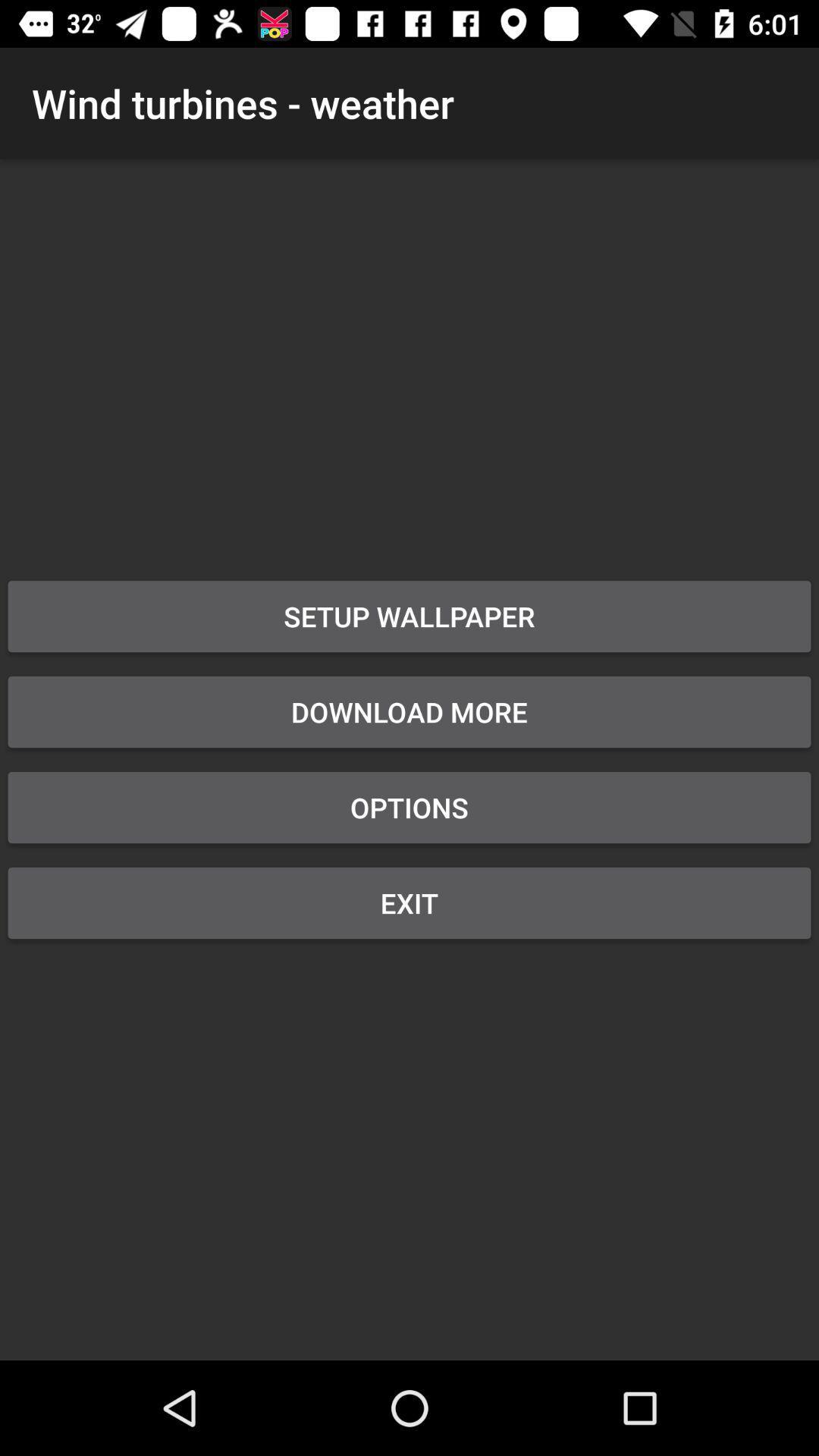 This screenshot has height=1456, width=819. Describe the element at coordinates (409, 902) in the screenshot. I see `the exit` at that location.